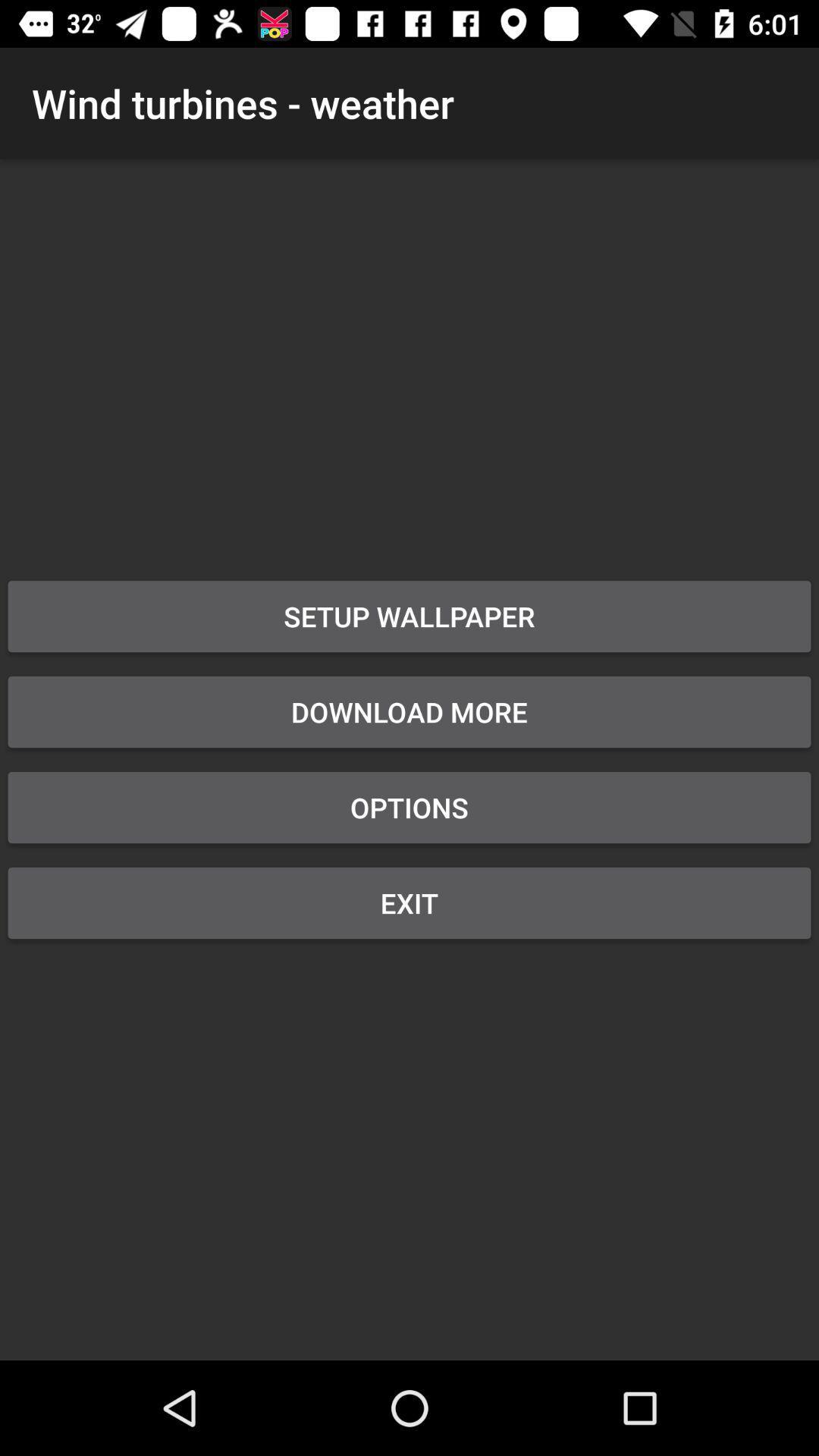 This screenshot has height=1456, width=819. Describe the element at coordinates (409, 902) in the screenshot. I see `the exit` at that location.